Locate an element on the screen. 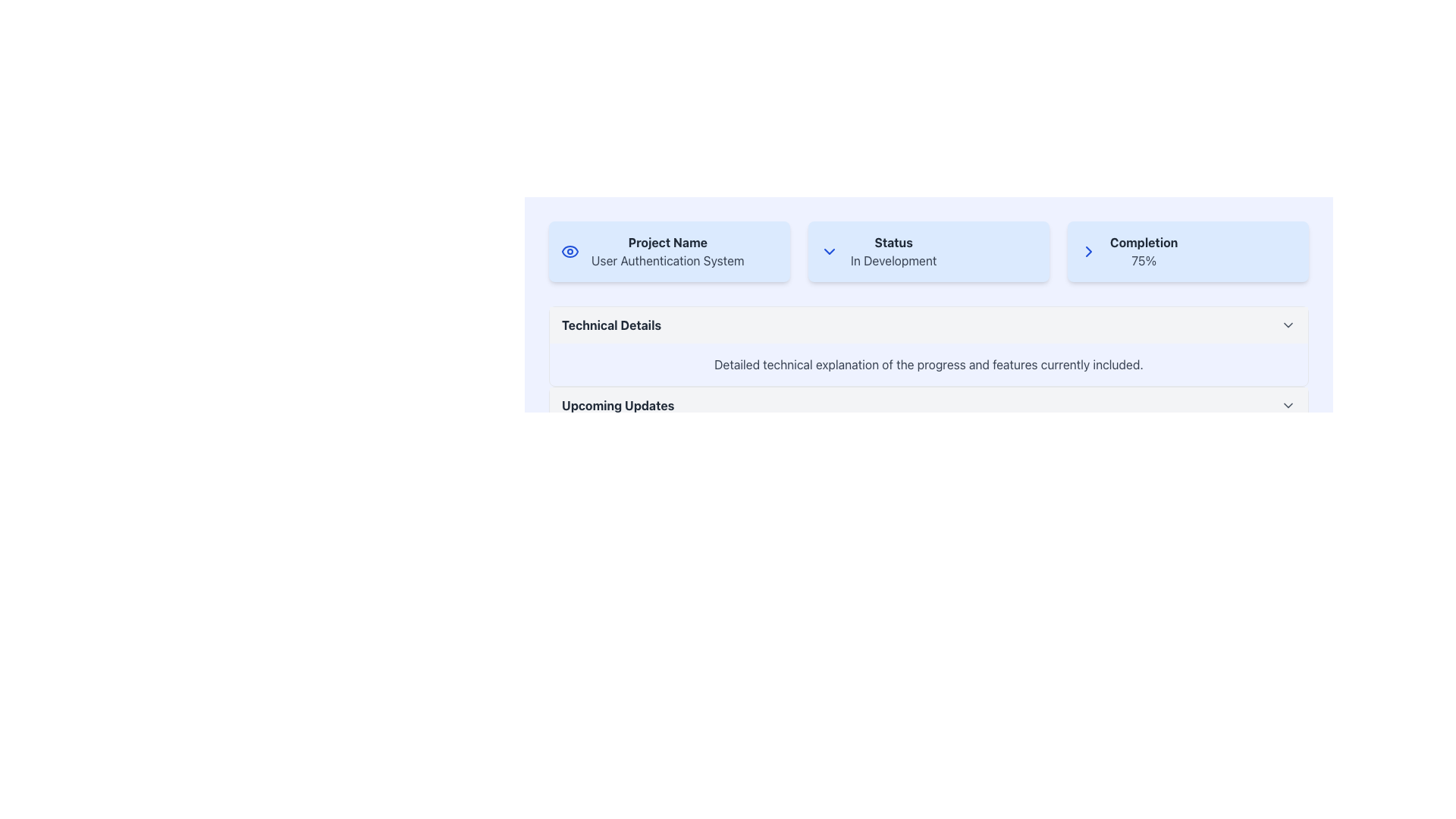  title 'Project Name' and description 'User Authentication System' from the Information Card with a light blue background located at the top-left of the group of cards is located at coordinates (669, 250).